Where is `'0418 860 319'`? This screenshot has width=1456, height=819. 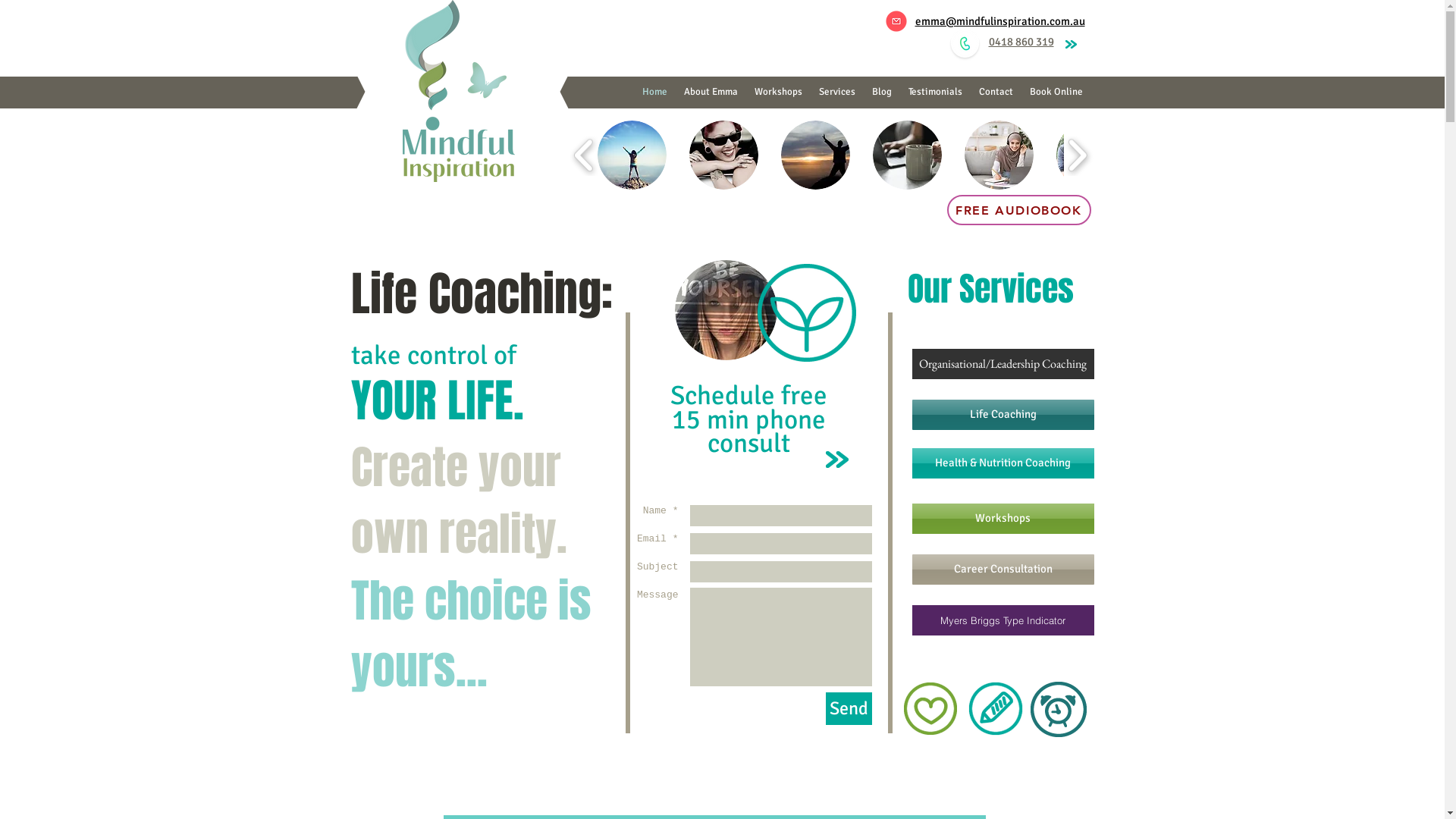 '0418 860 319' is located at coordinates (1021, 40).